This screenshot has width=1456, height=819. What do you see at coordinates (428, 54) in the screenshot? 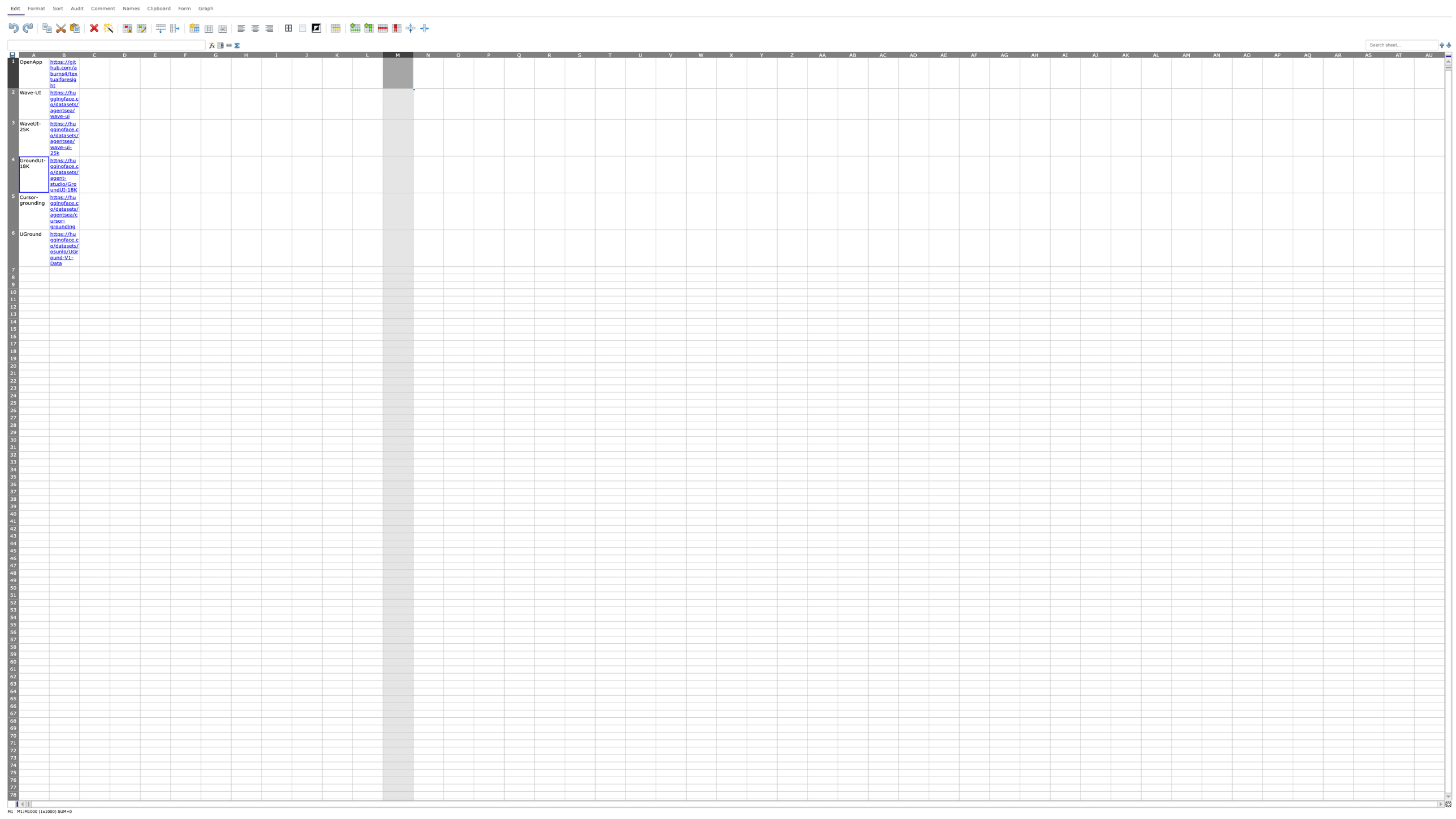
I see `to select column N` at bounding box center [428, 54].